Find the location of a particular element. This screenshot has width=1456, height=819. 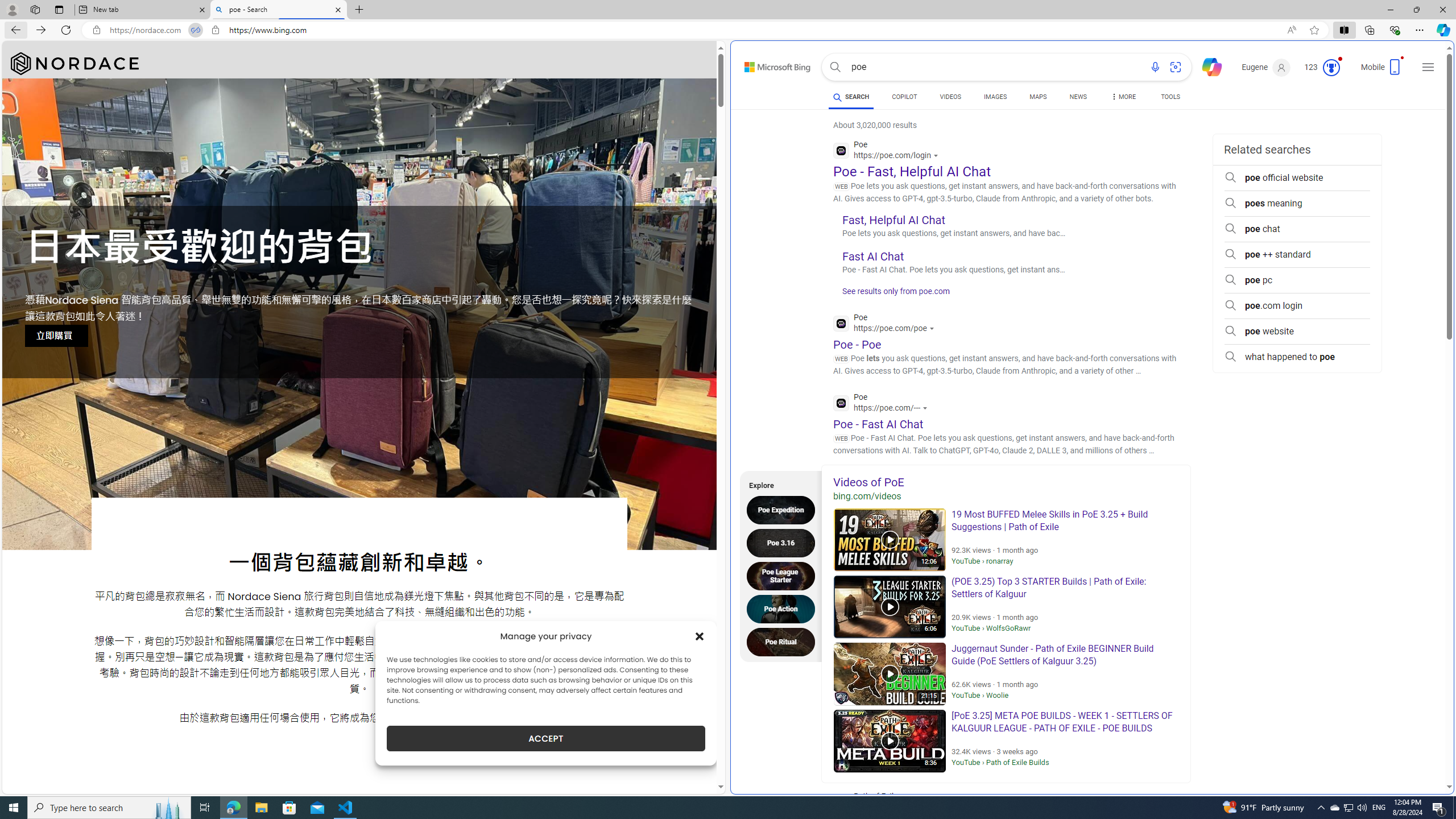

'IMAGES' is located at coordinates (995, 98).